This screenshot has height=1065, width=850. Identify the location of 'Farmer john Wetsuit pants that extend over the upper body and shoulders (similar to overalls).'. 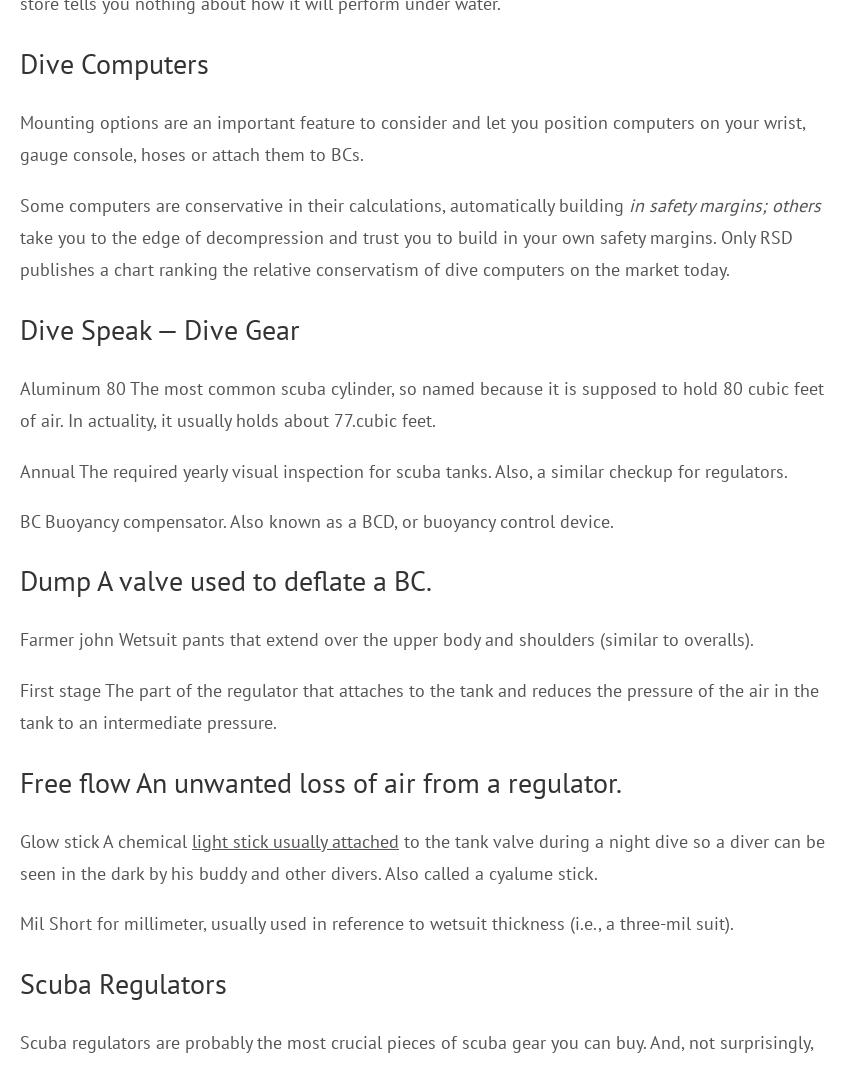
(18, 639).